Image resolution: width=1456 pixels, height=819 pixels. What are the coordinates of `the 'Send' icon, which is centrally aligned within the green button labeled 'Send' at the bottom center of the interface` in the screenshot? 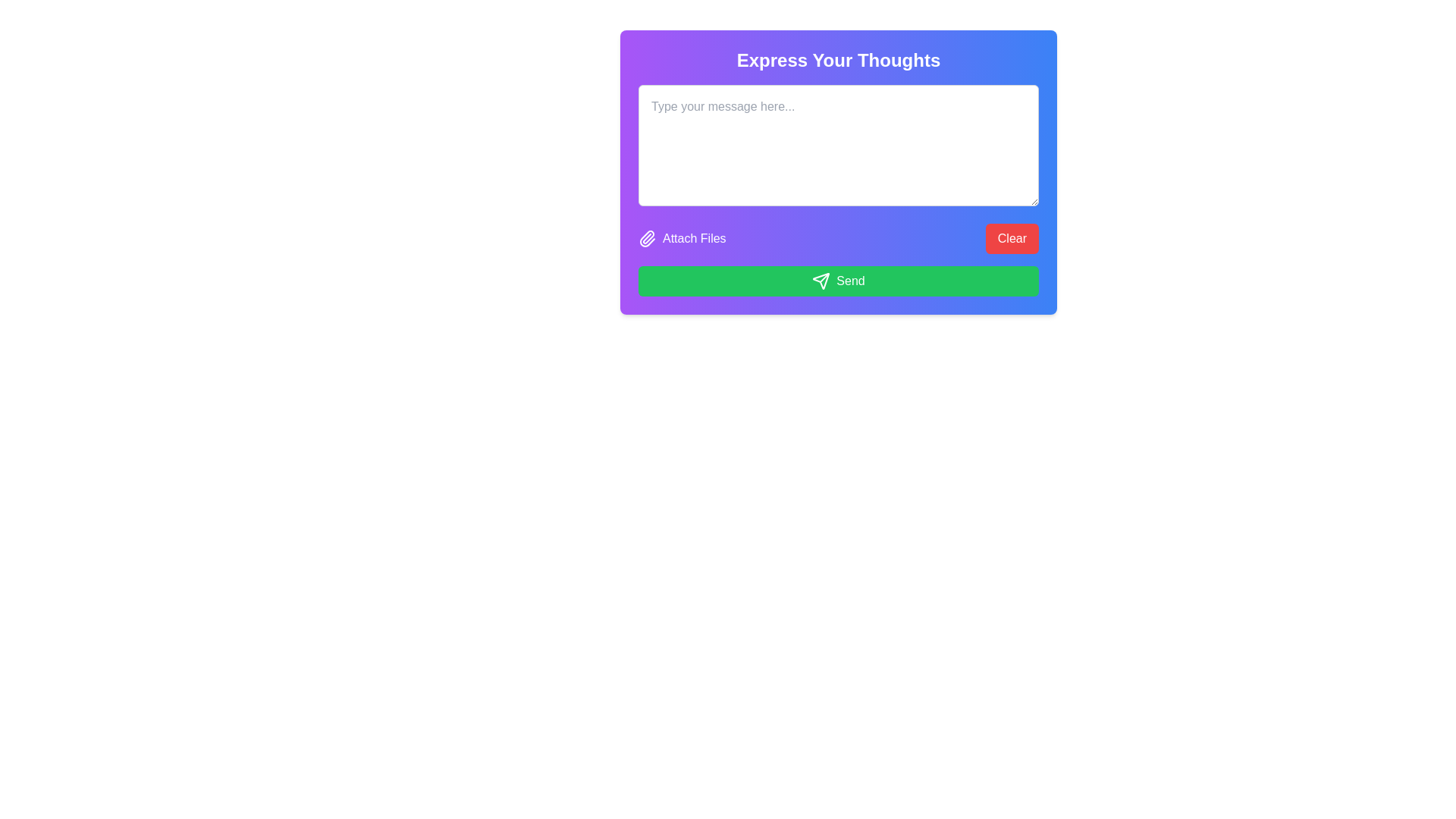 It's located at (821, 281).